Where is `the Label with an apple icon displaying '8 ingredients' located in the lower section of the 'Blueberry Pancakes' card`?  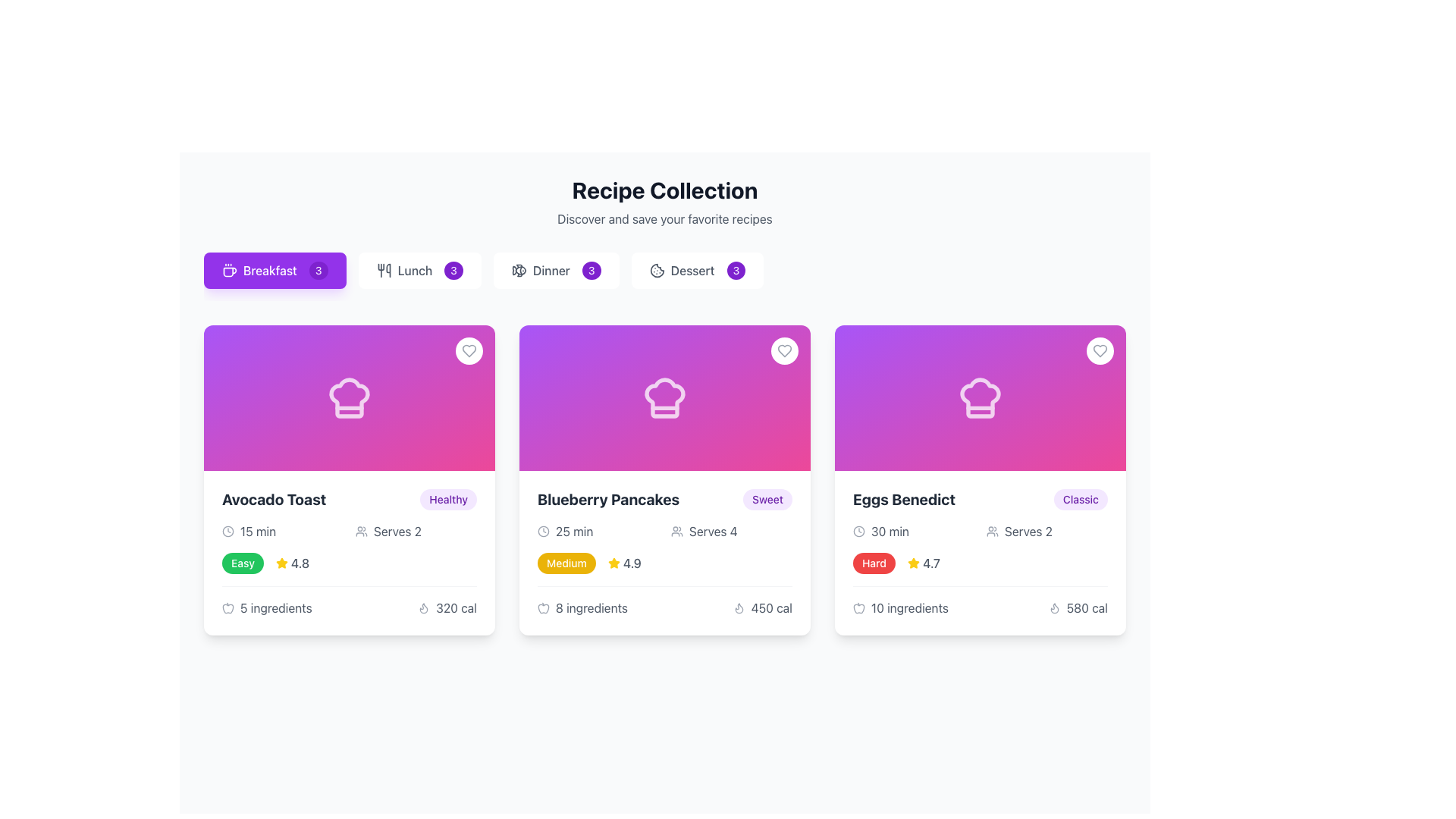
the Label with an apple icon displaying '8 ingredients' located in the lower section of the 'Blueberry Pancakes' card is located at coordinates (582, 607).